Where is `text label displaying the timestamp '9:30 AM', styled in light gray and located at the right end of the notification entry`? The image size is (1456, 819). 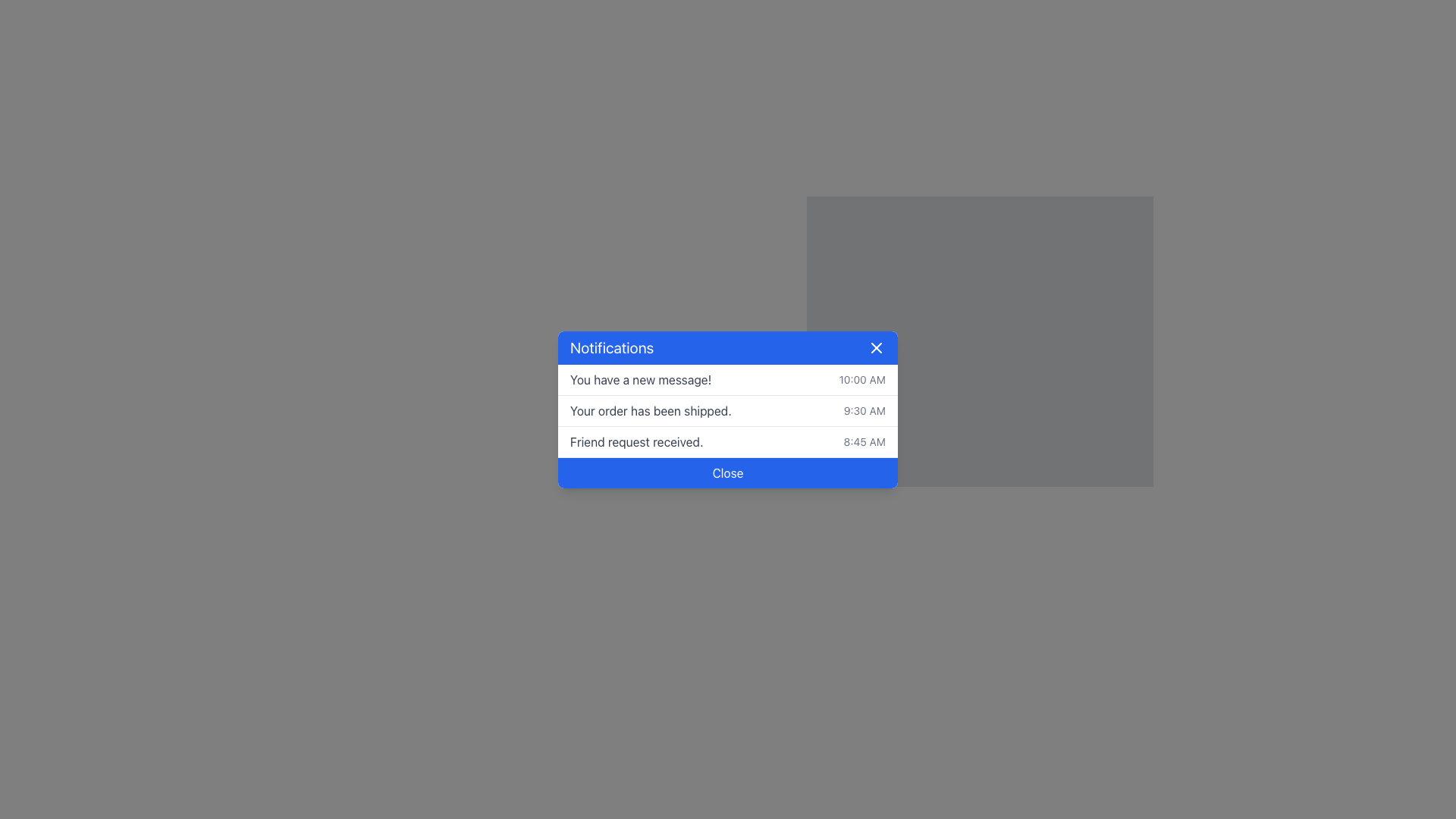 text label displaying the timestamp '9:30 AM', styled in light gray and located at the right end of the notification entry is located at coordinates (864, 410).